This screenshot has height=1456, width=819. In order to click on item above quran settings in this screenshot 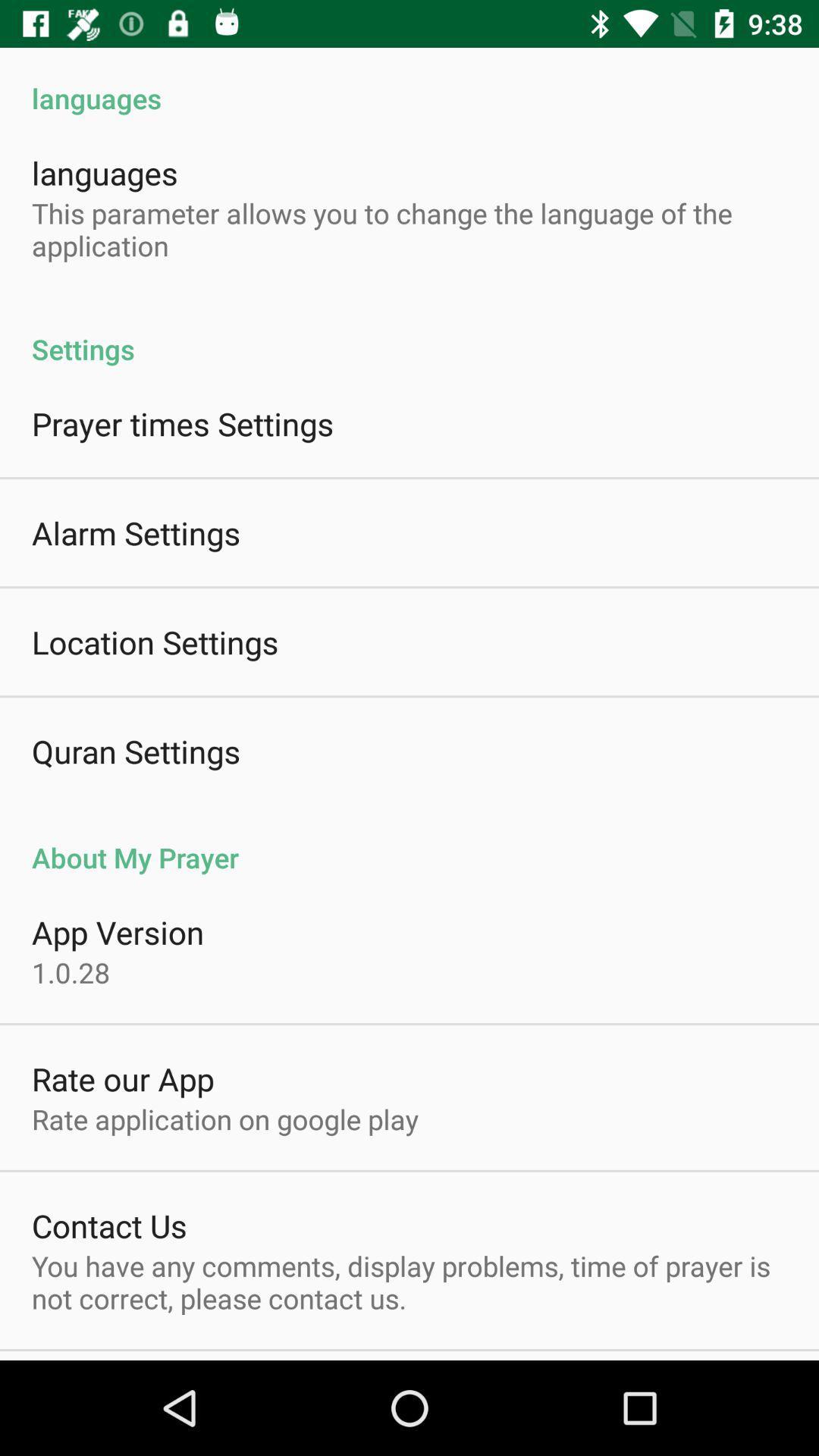, I will do `click(155, 642)`.